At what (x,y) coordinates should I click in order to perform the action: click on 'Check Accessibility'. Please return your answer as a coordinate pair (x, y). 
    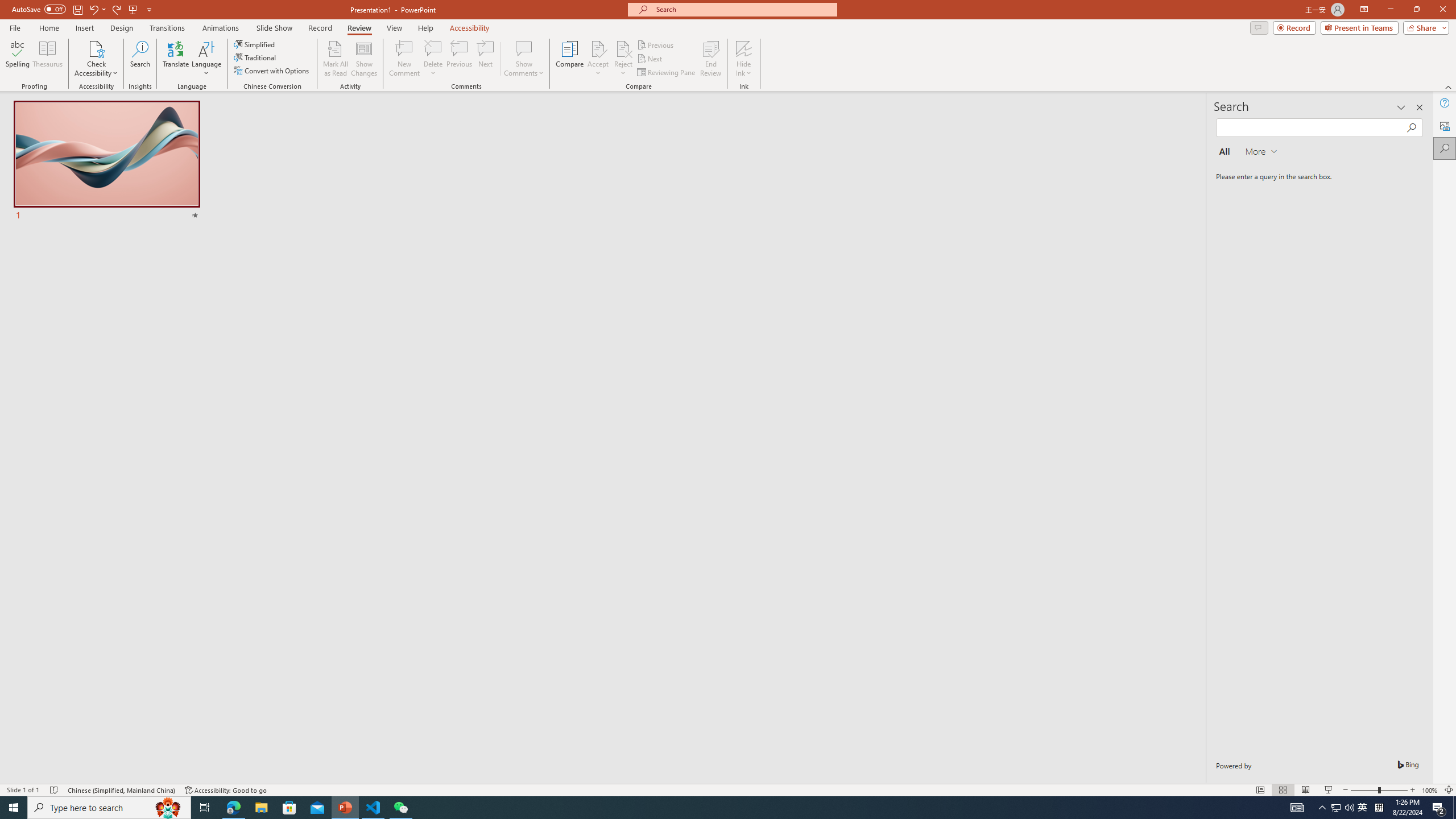
    Looking at the image, I should click on (95, 59).